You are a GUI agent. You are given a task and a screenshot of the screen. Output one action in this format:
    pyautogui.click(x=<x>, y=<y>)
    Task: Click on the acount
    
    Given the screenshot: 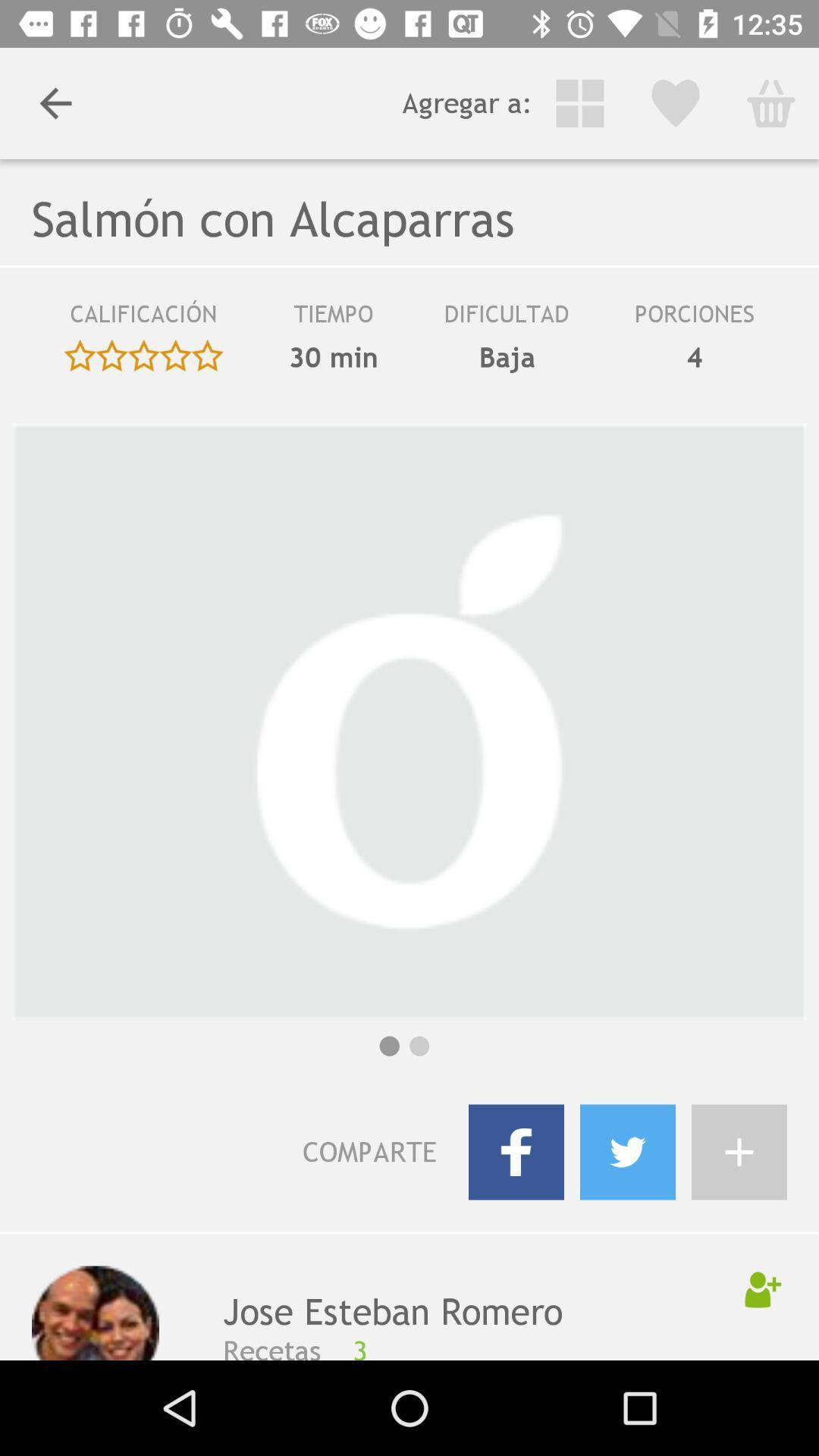 What is the action you would take?
    pyautogui.click(x=739, y=1152)
    